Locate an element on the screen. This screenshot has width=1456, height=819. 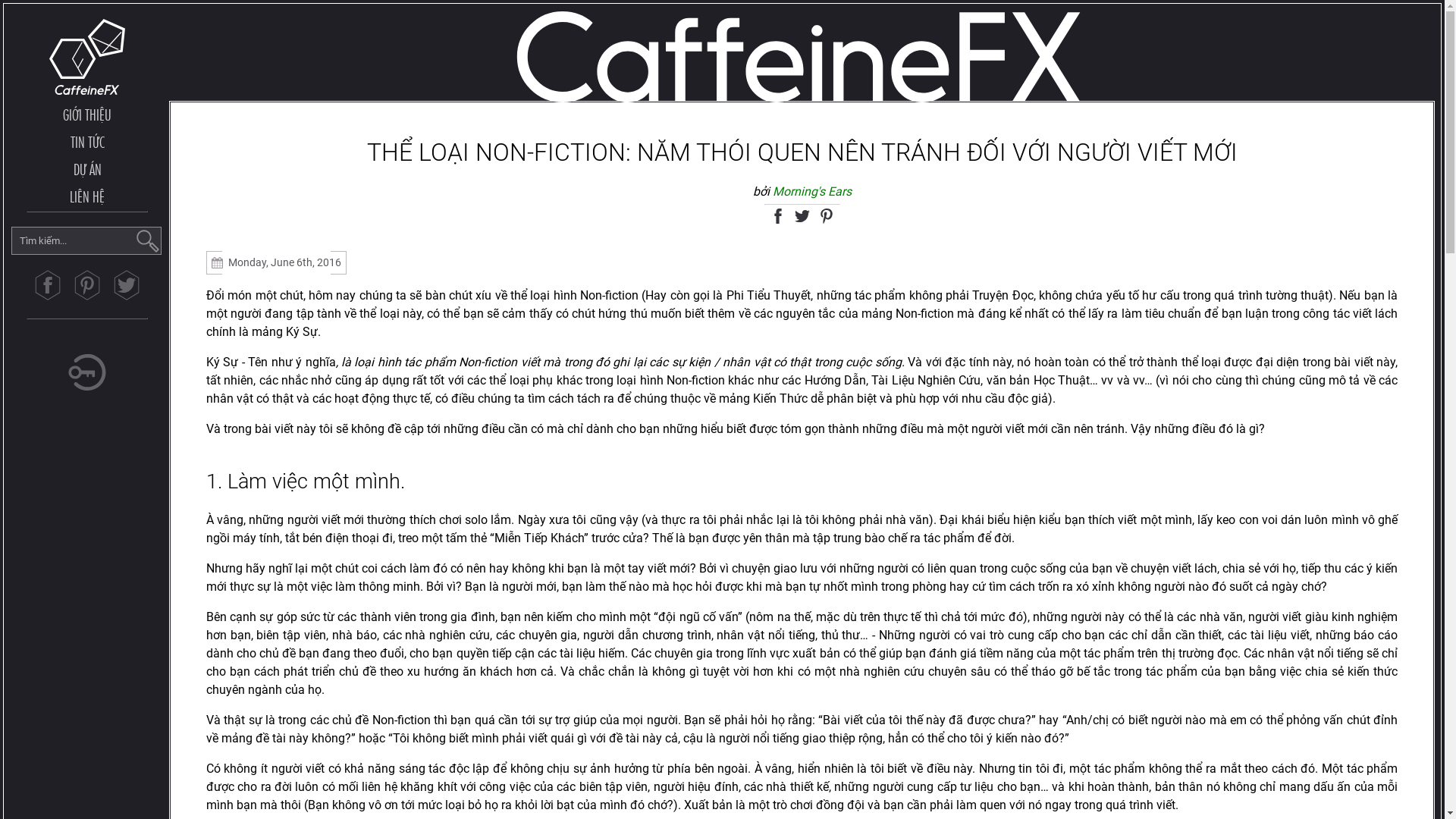
'Morning's Ears' is located at coordinates (771, 190).